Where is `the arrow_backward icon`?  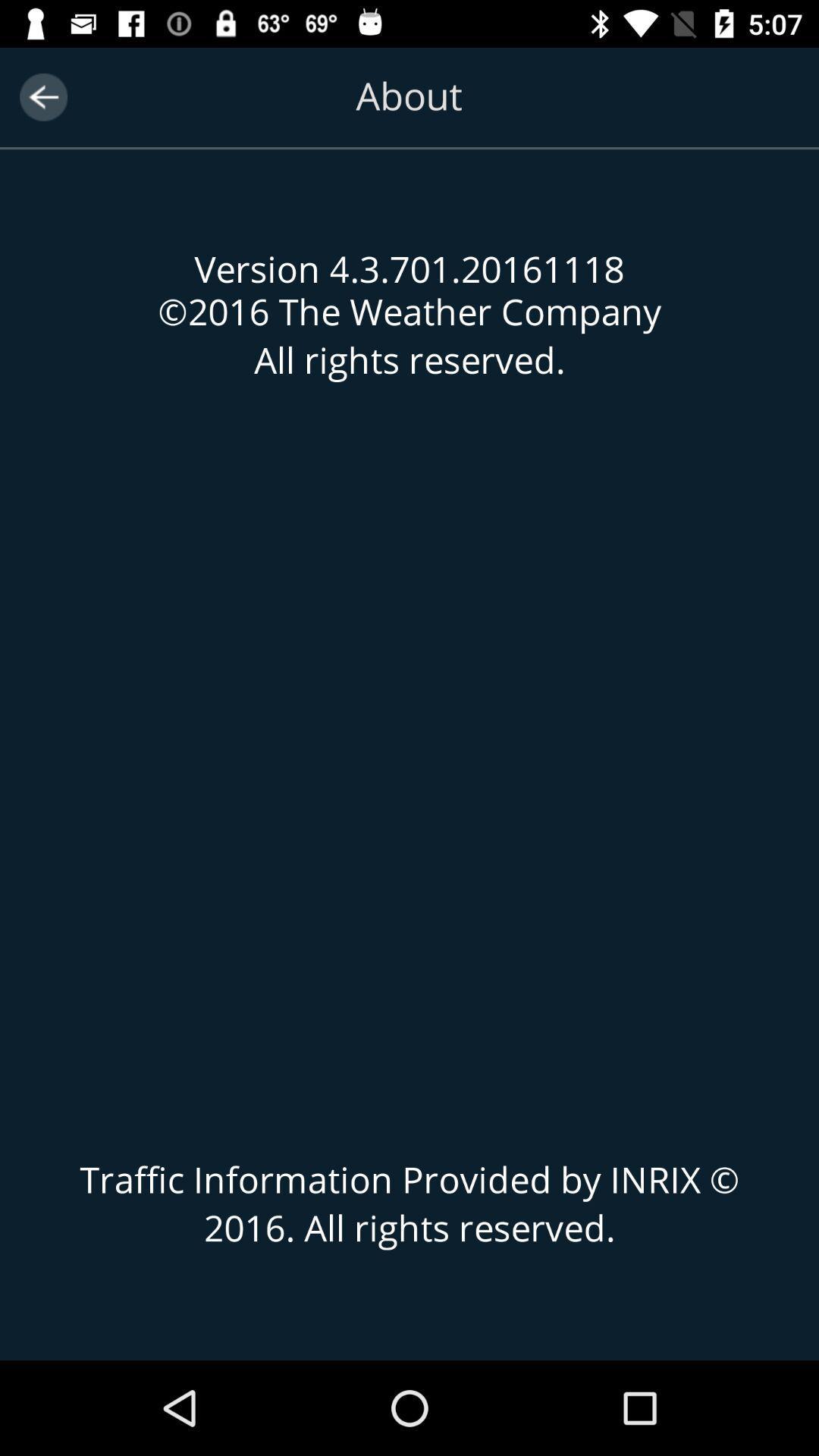 the arrow_backward icon is located at coordinates (42, 96).